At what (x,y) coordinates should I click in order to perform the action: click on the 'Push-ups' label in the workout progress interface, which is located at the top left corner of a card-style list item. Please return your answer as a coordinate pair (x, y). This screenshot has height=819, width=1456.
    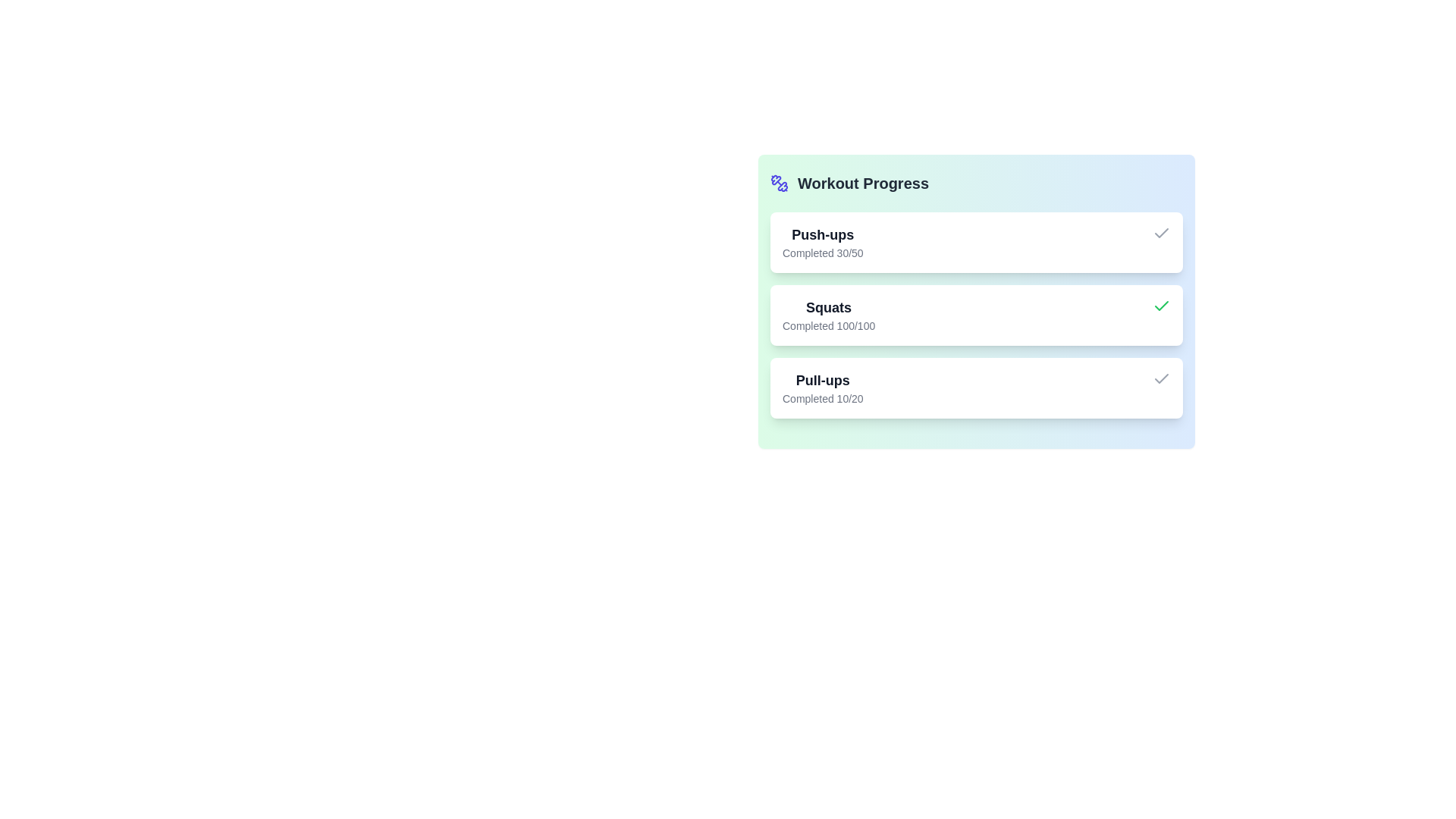
    Looking at the image, I should click on (822, 234).